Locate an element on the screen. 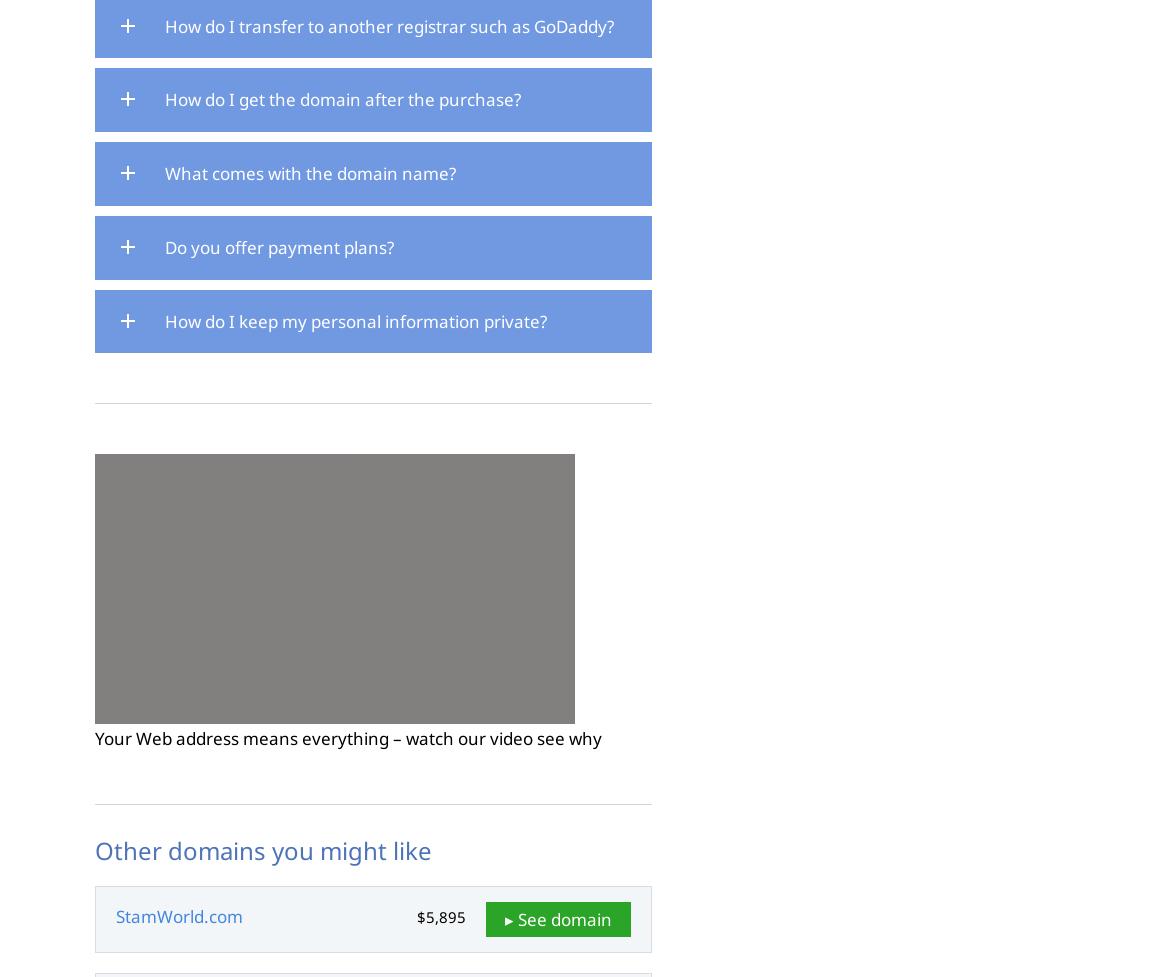 The image size is (1150, 977). 'How do I get the domain after the purchase?' is located at coordinates (343, 99).